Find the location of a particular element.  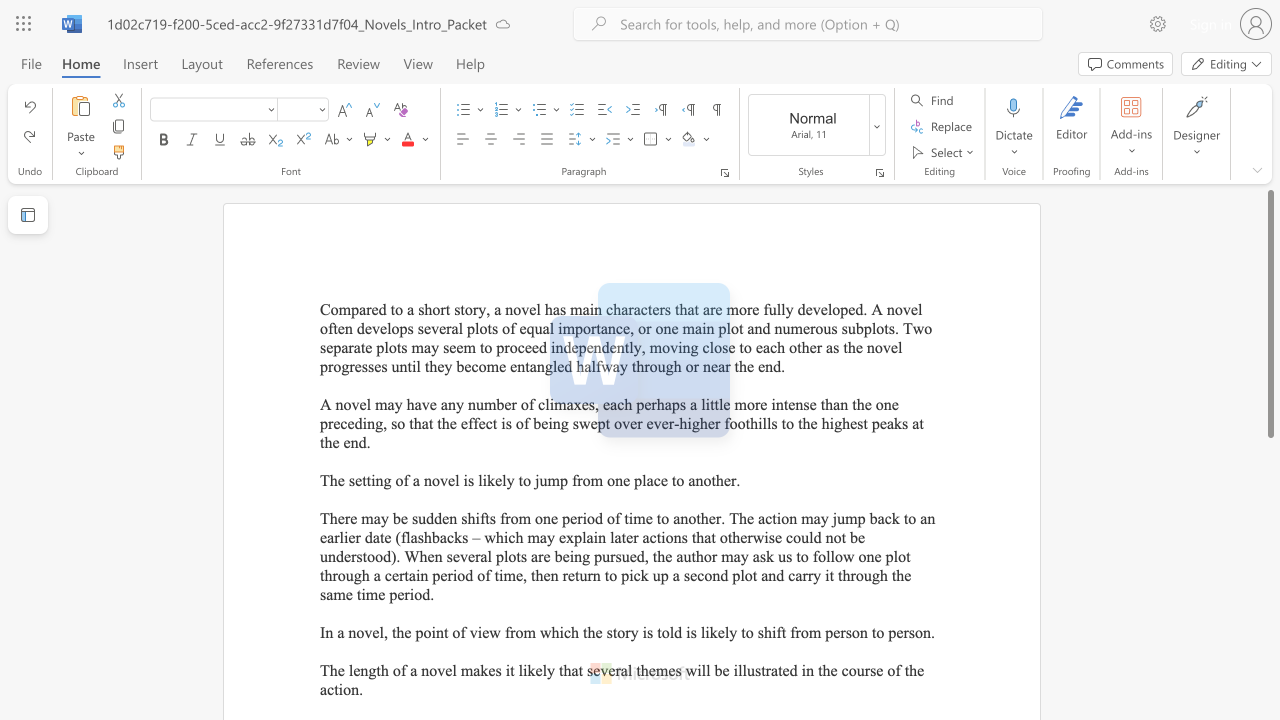

the scrollbar on the right to move the page downward is located at coordinates (1269, 490).